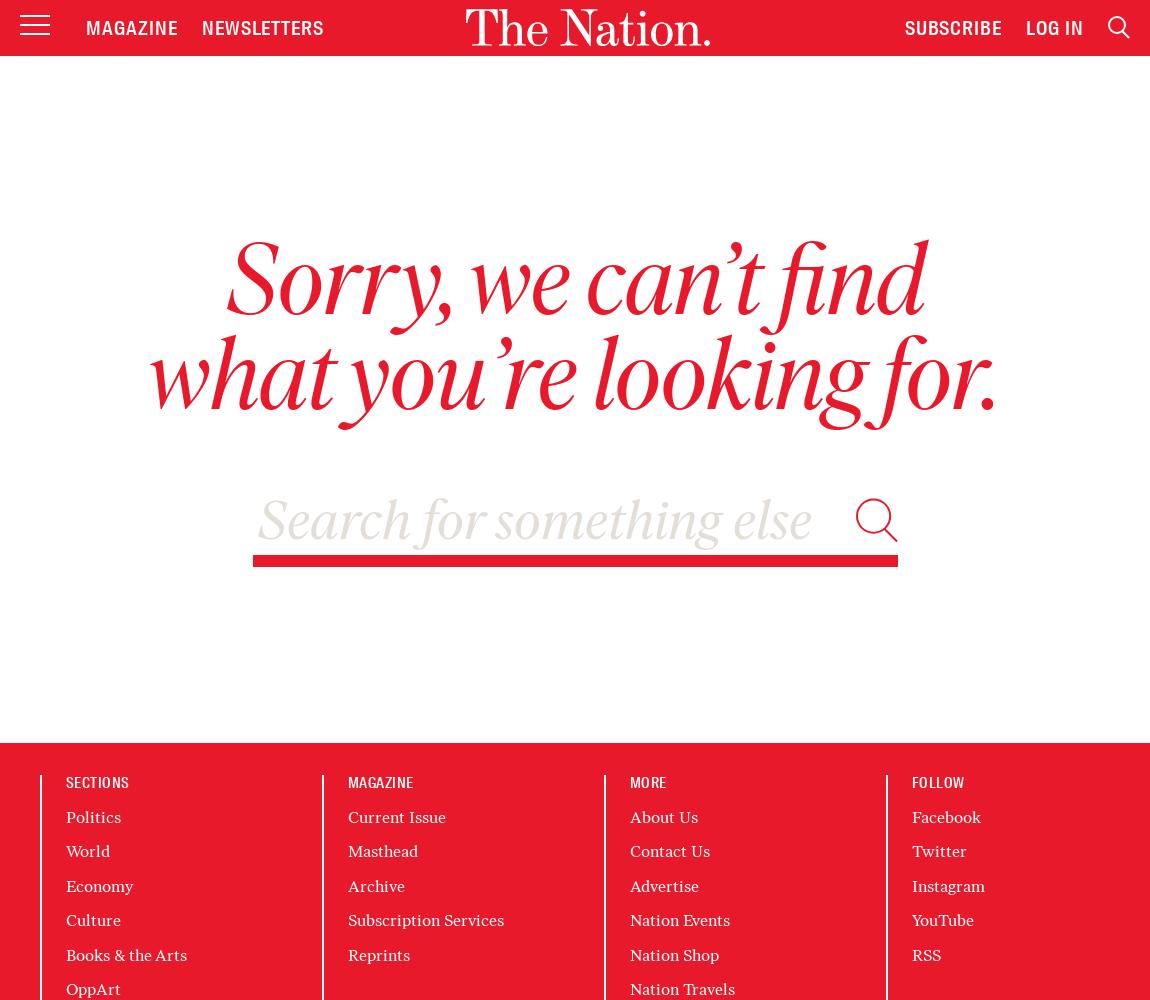  I want to click on 'Nation Events', so click(678, 920).